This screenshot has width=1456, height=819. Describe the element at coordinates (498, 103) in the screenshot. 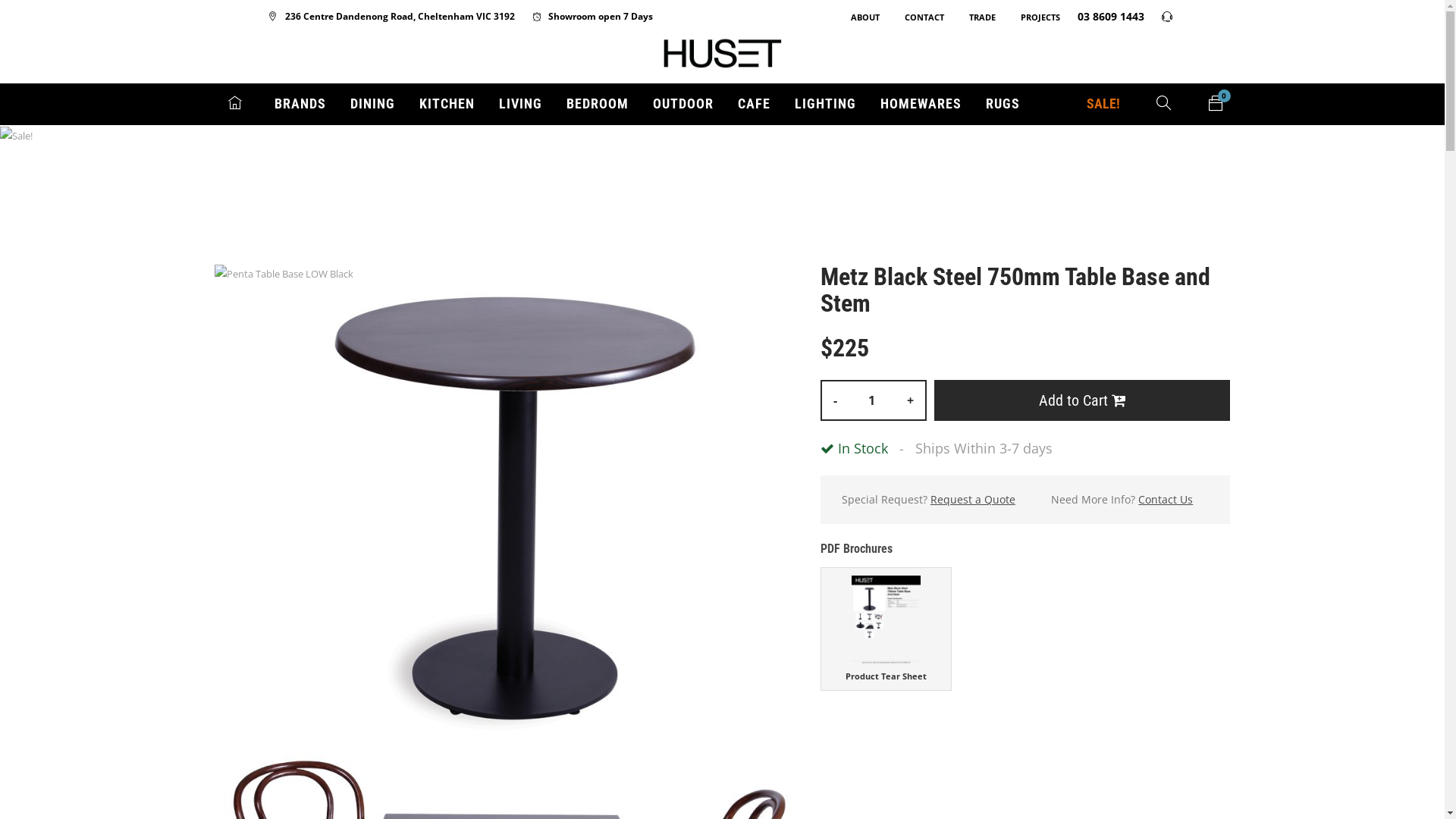

I see `'LIVING'` at that location.